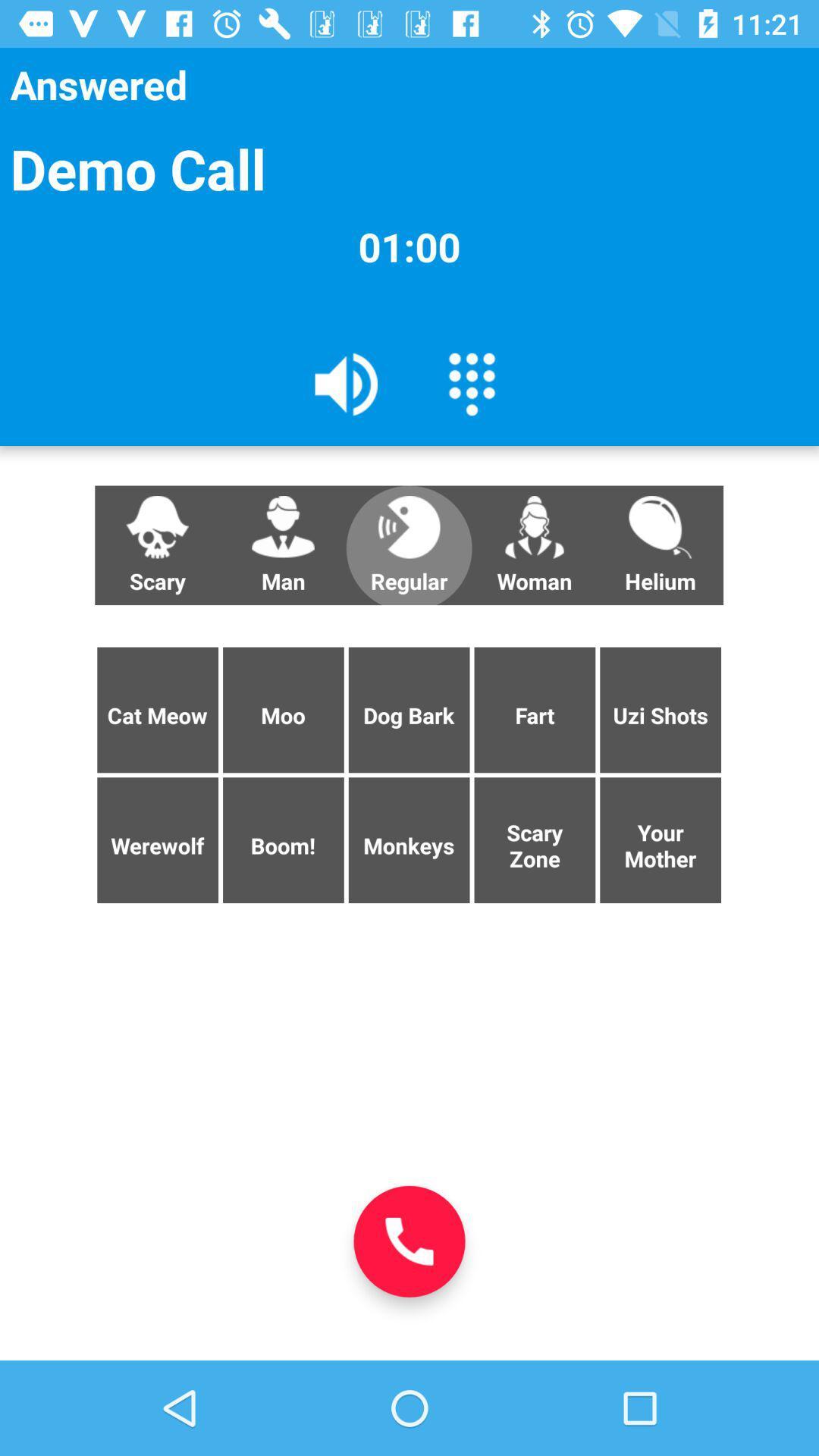 This screenshot has height=1456, width=819. What do you see at coordinates (534, 545) in the screenshot?
I see `button next to helium` at bounding box center [534, 545].